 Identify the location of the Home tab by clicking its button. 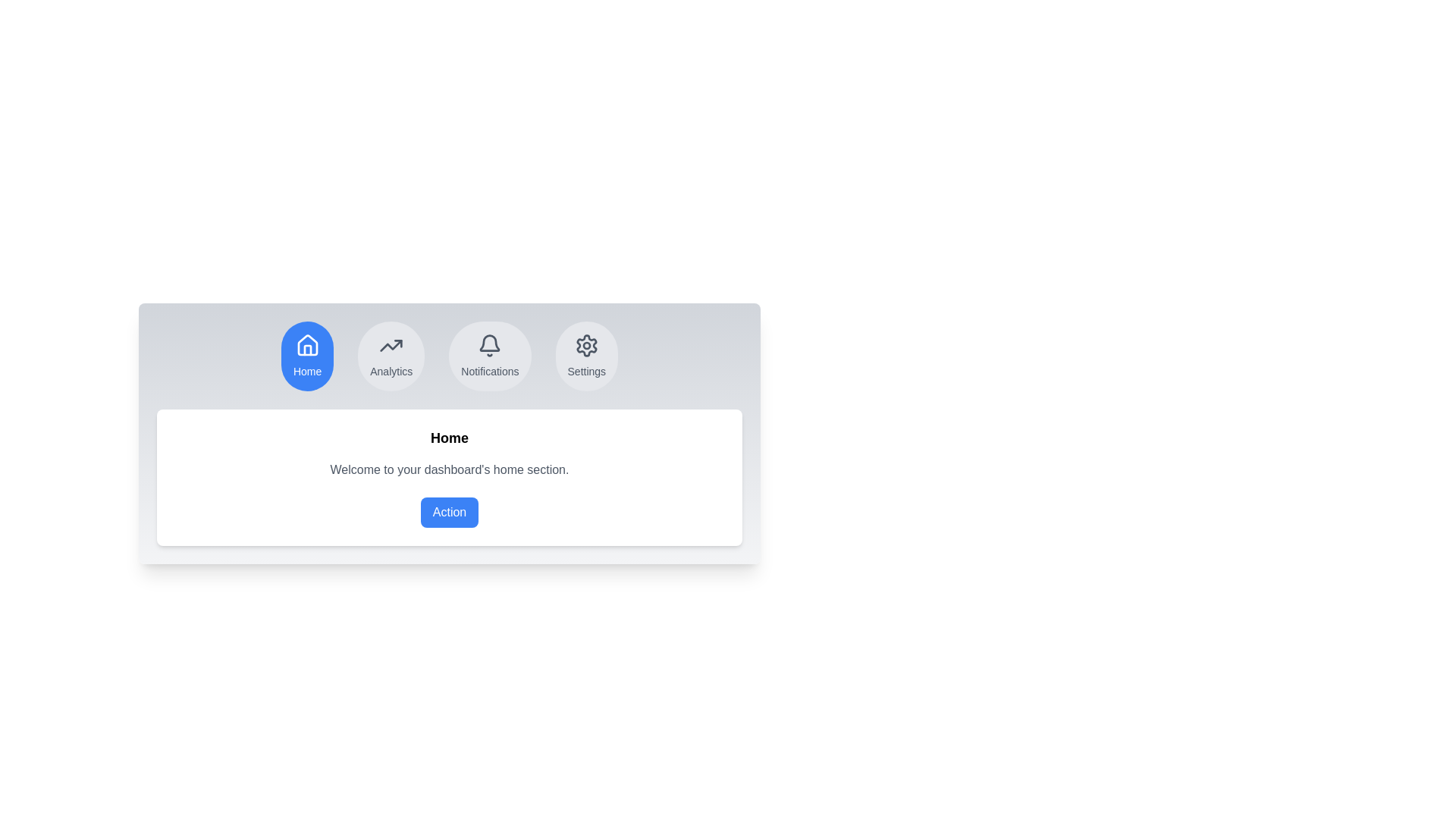
(306, 356).